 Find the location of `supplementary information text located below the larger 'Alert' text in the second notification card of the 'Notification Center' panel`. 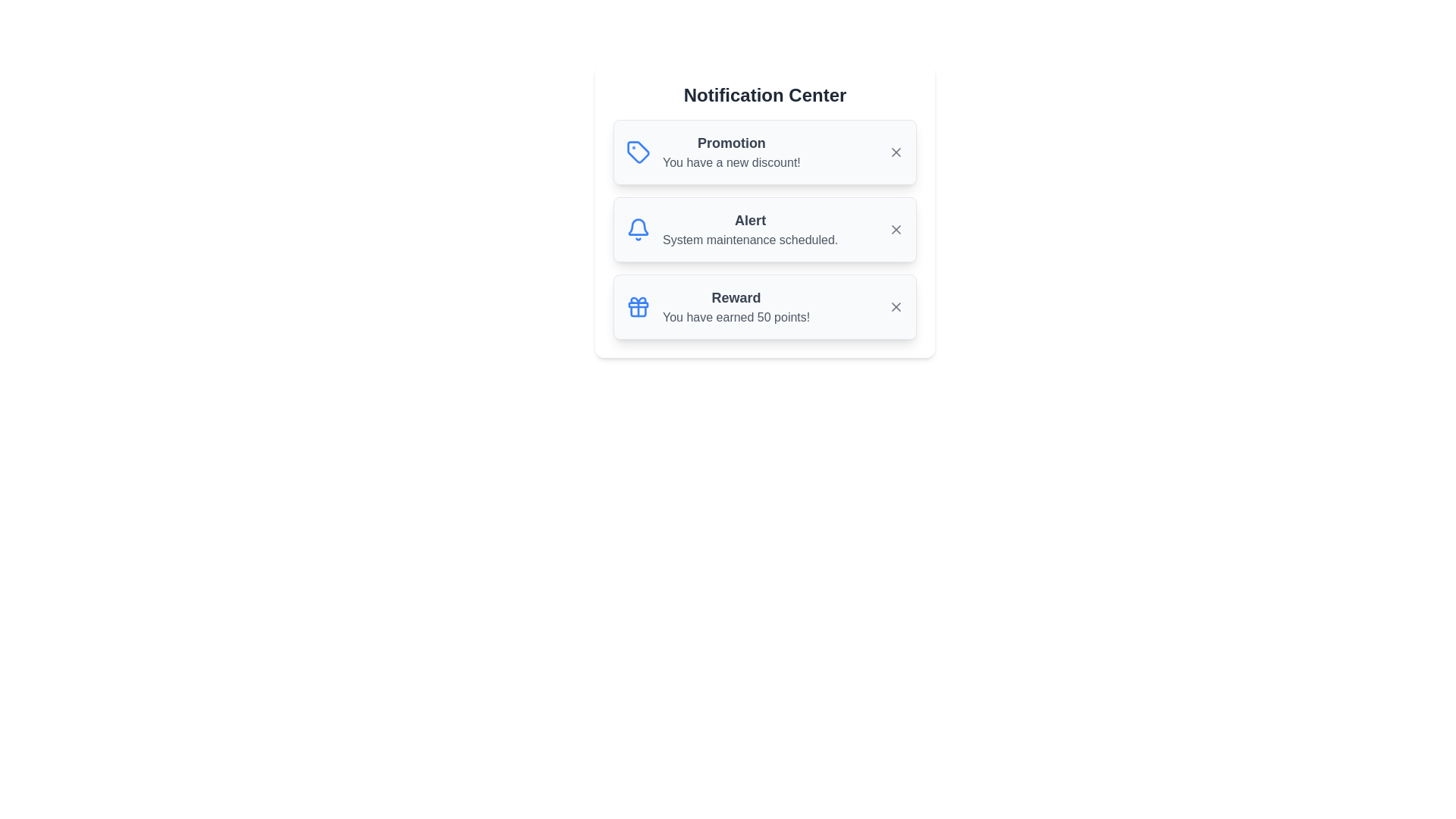

supplementary information text located below the larger 'Alert' text in the second notification card of the 'Notification Center' panel is located at coordinates (750, 239).